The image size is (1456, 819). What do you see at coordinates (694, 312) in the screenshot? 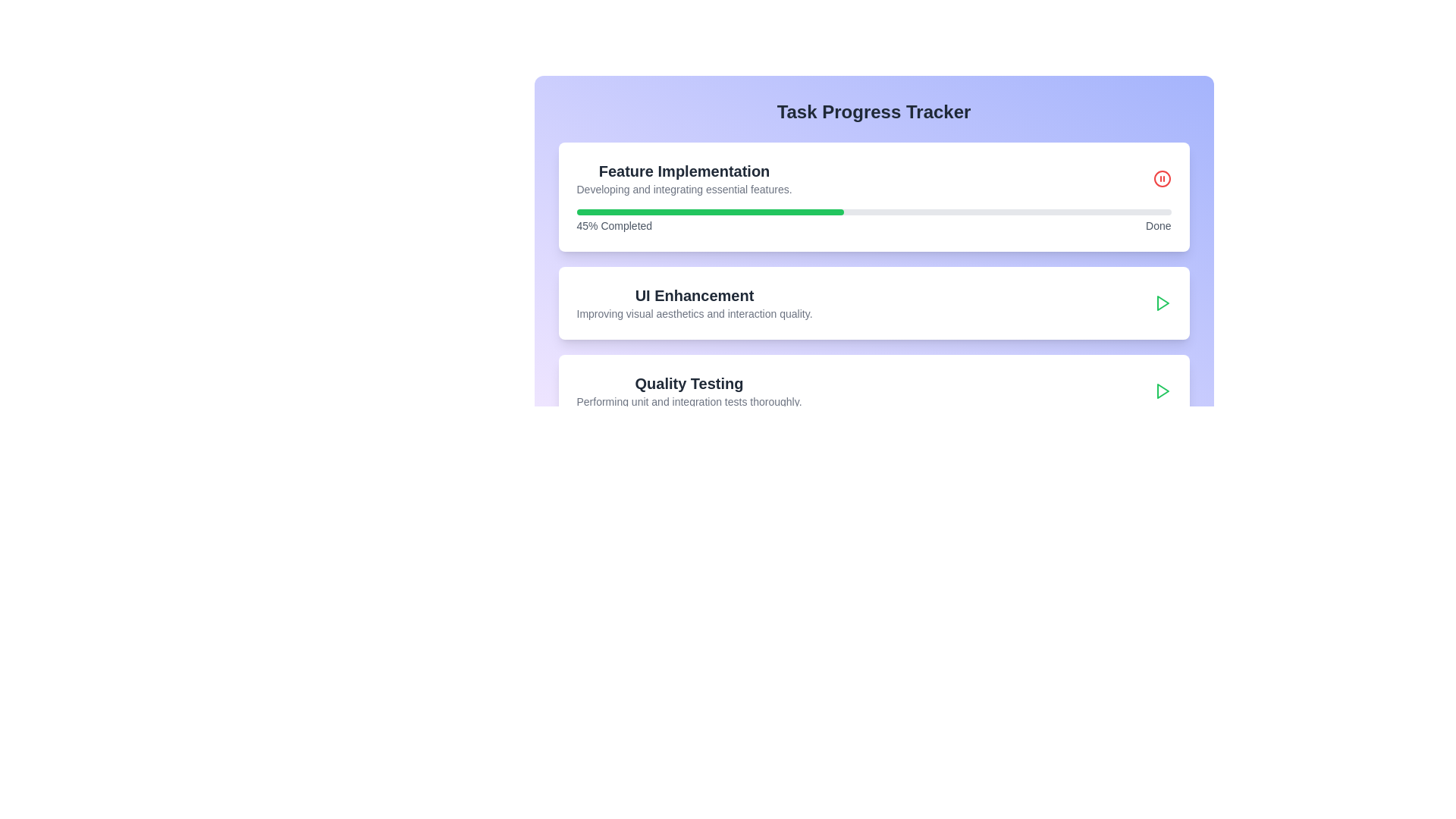
I see `the text label reading 'Improving visual aesthetics and interaction quality.' which is styled in gray and positioned beneath the heading 'UI Enhancement'` at bounding box center [694, 312].